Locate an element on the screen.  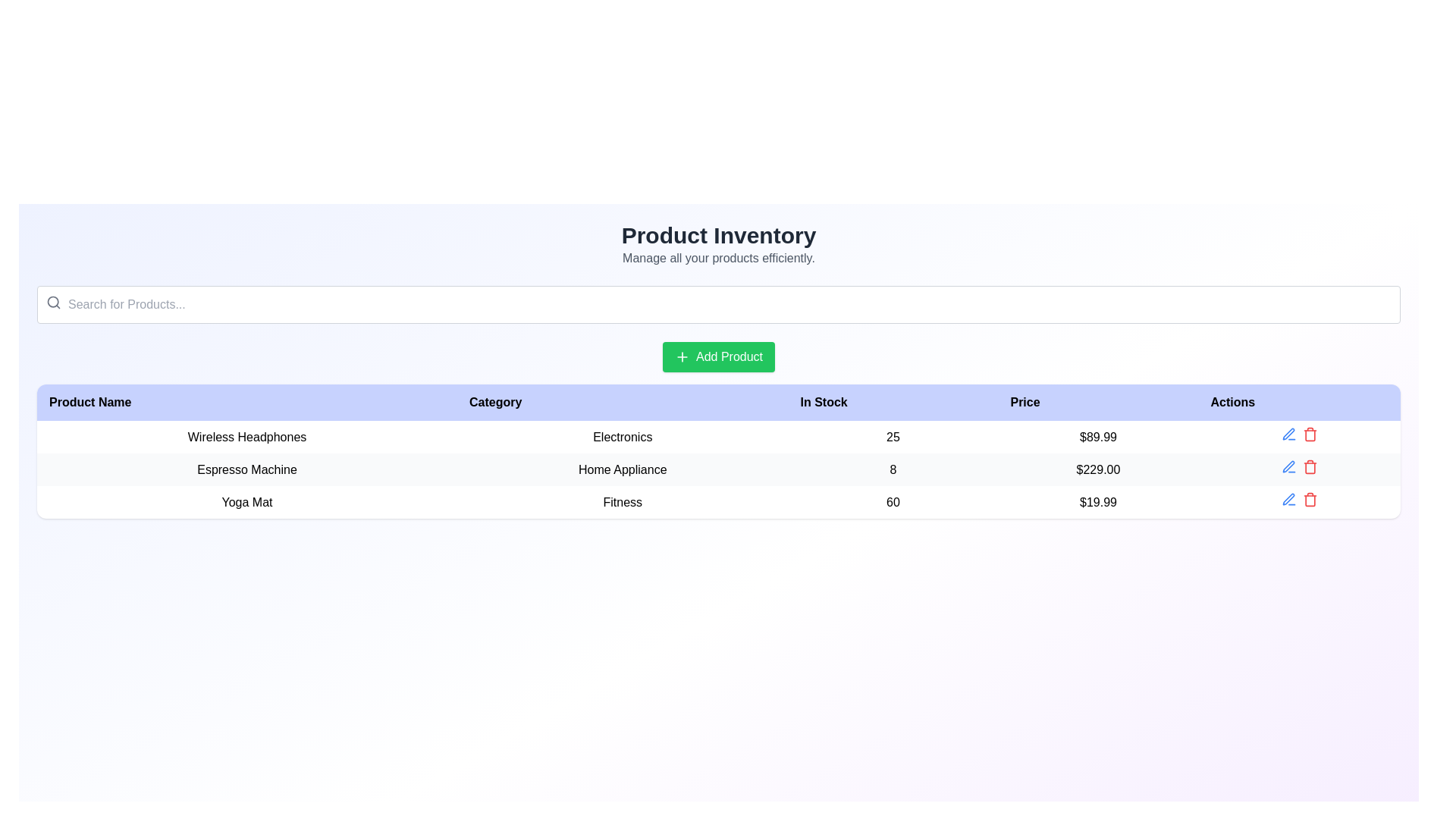
the 'Yoga Mat' text label located in the 'Product Name' column of the product listing table is located at coordinates (247, 502).